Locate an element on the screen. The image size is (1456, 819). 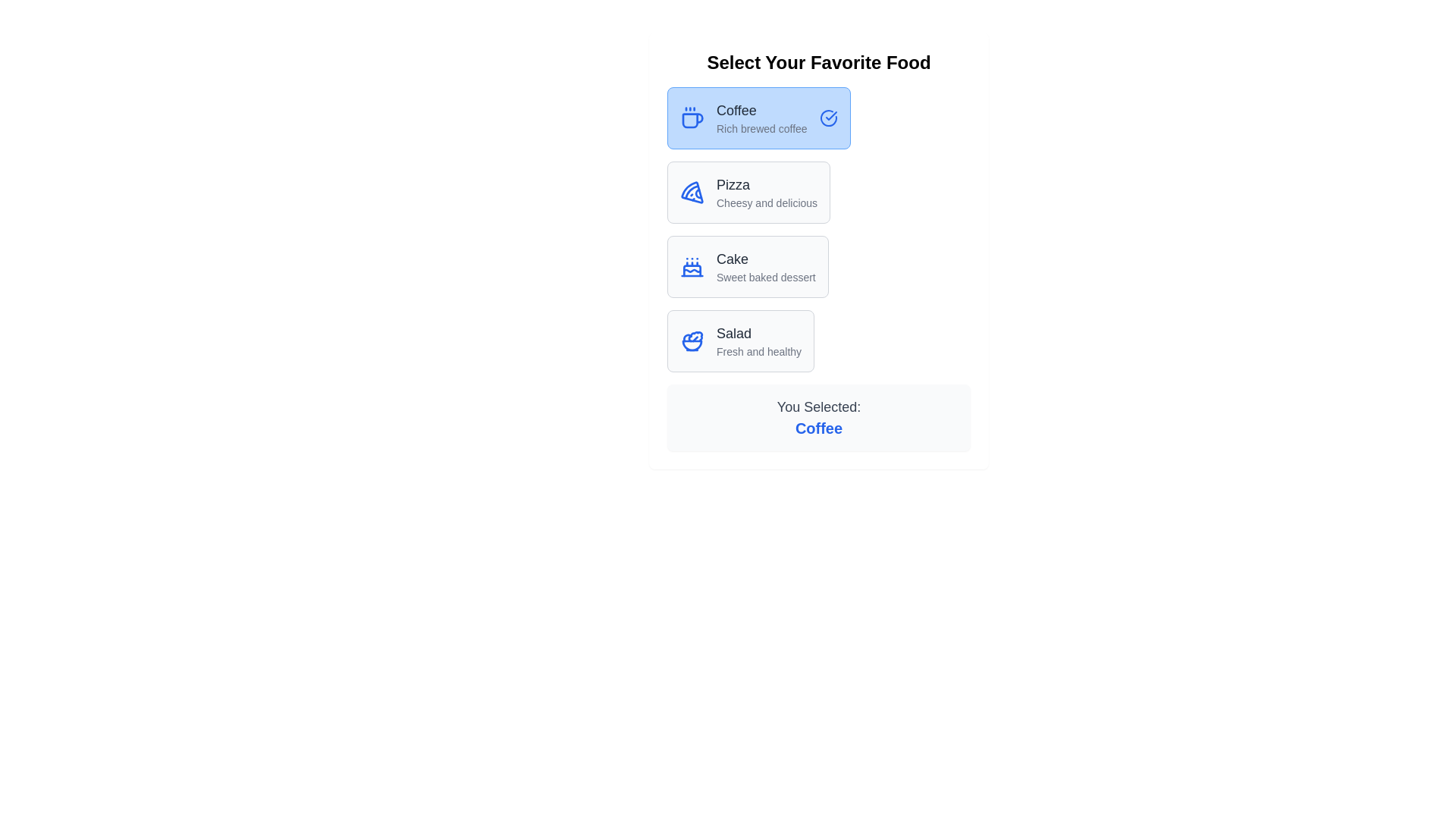
the SVG checkmark symbol indicating selection next to the text 'Coffee' in the highlighted card is located at coordinates (830, 115).